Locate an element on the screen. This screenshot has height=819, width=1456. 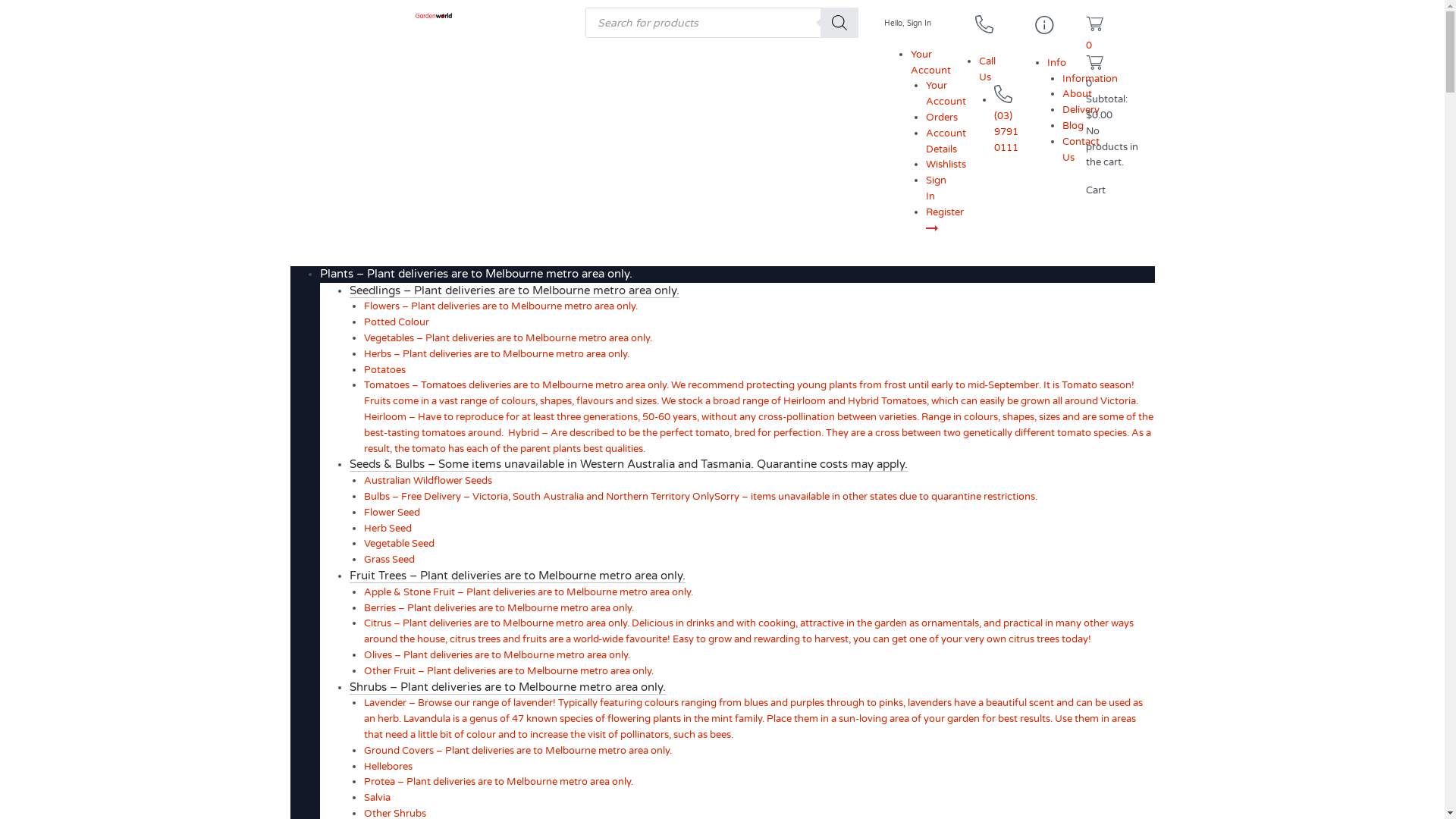
'Call Us' is located at coordinates (987, 69).